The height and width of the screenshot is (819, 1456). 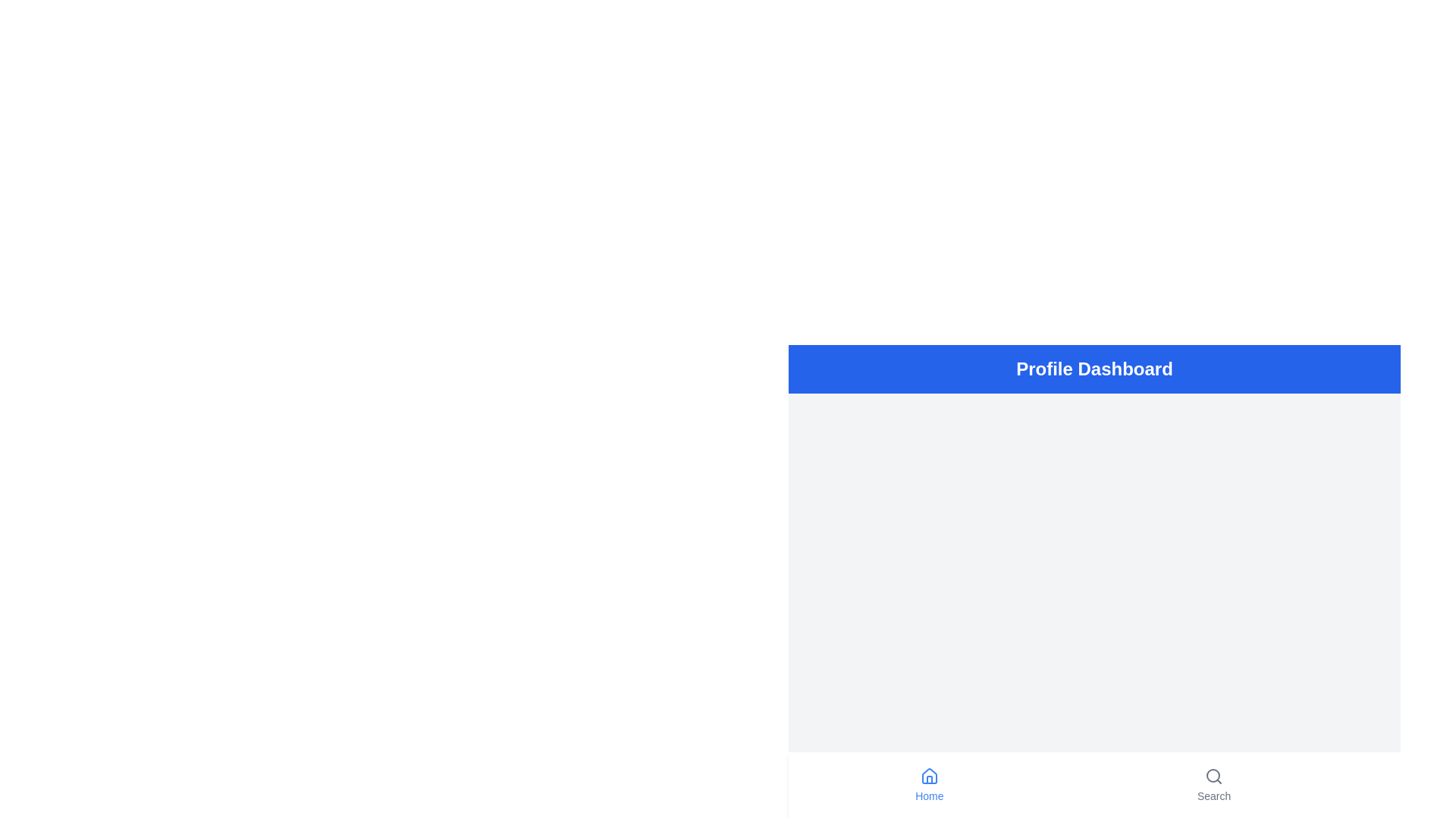 What do you see at coordinates (928, 785) in the screenshot?
I see `the 'Home' button located at the bottom navigation bar, which displays a house icon and the text 'Home' styled in blue` at bounding box center [928, 785].